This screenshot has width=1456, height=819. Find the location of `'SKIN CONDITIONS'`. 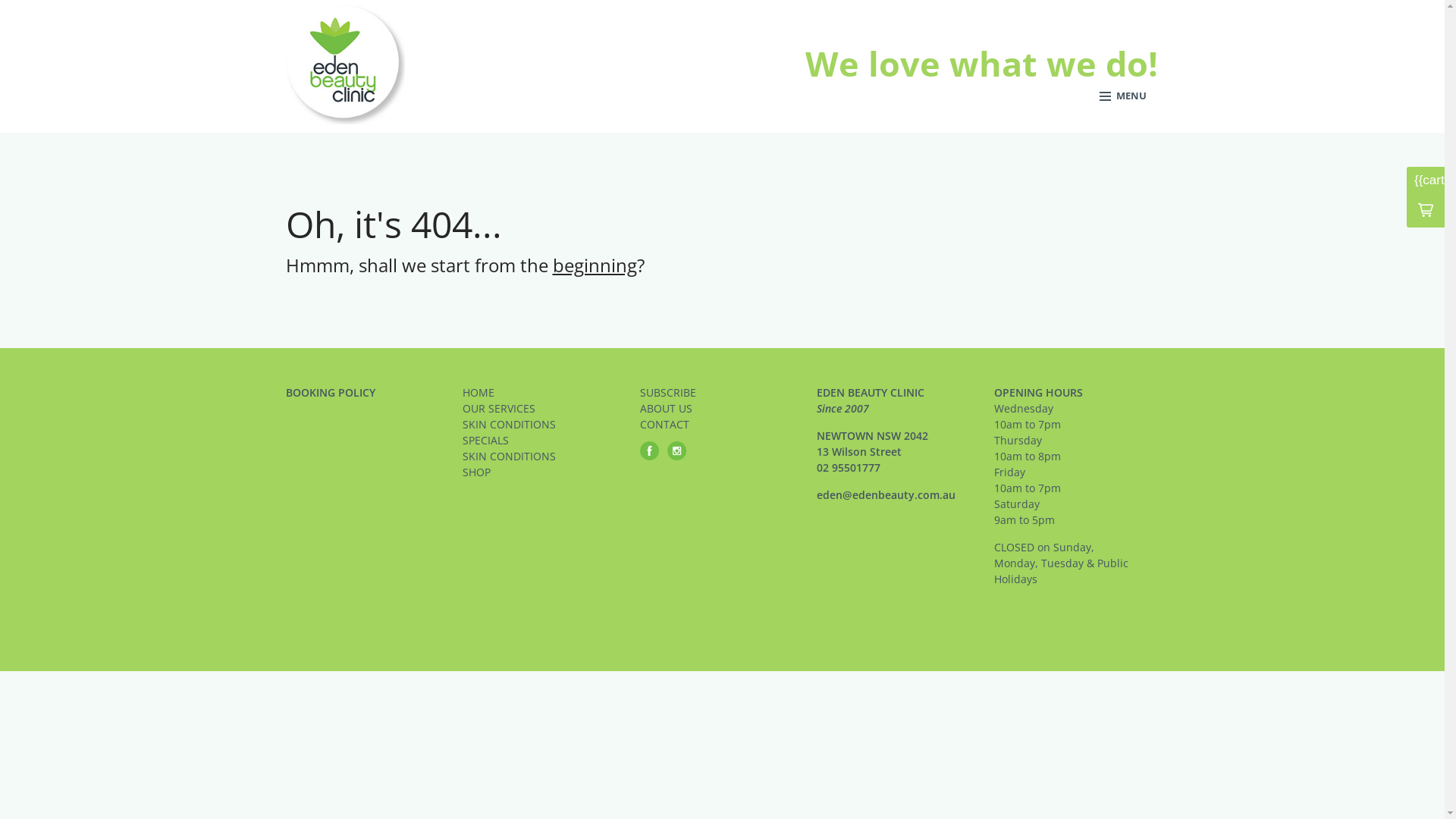

'SKIN CONDITIONS' is located at coordinates (545, 455).